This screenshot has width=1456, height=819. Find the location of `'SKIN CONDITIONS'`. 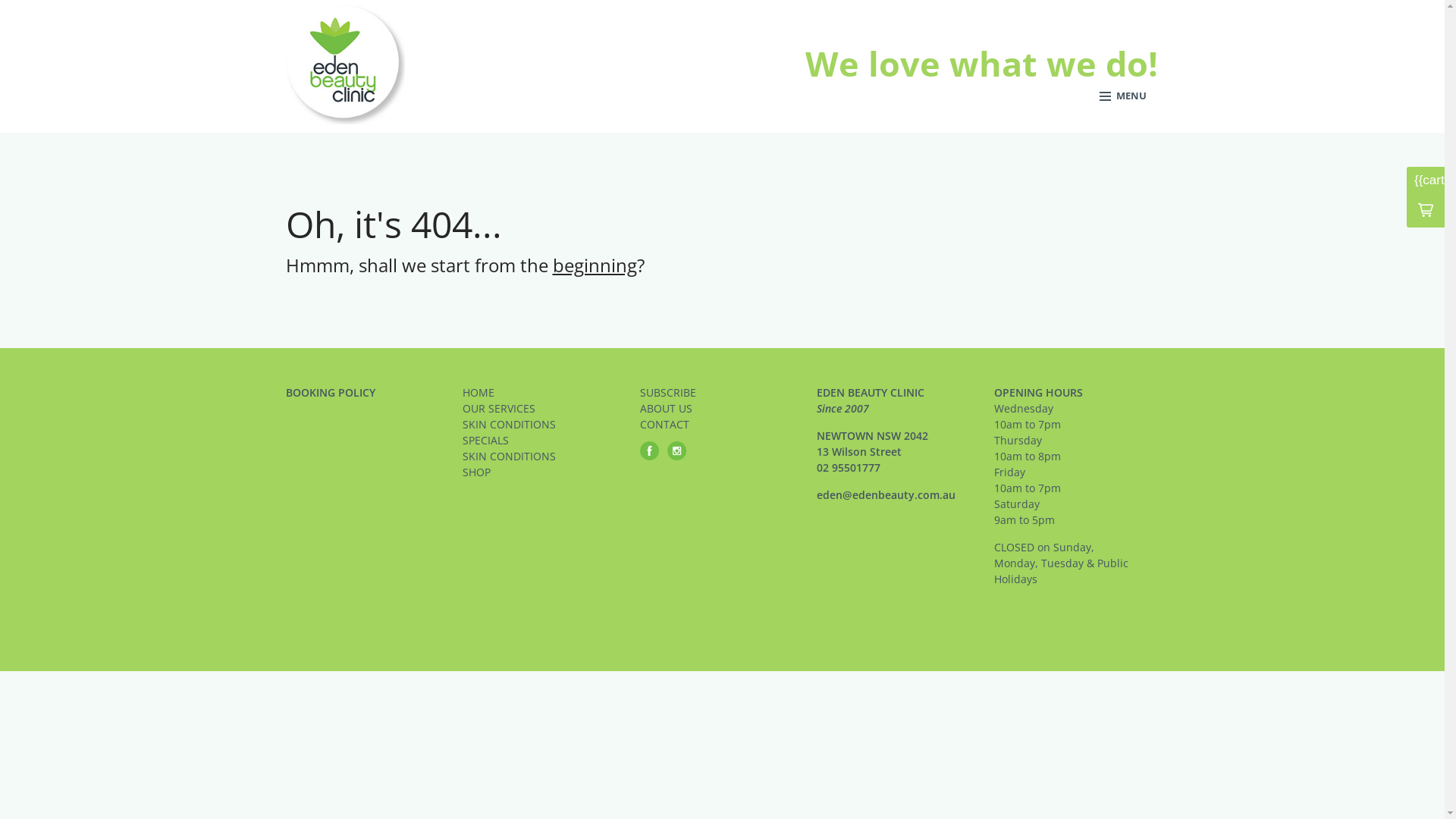

'SKIN CONDITIONS' is located at coordinates (545, 455).